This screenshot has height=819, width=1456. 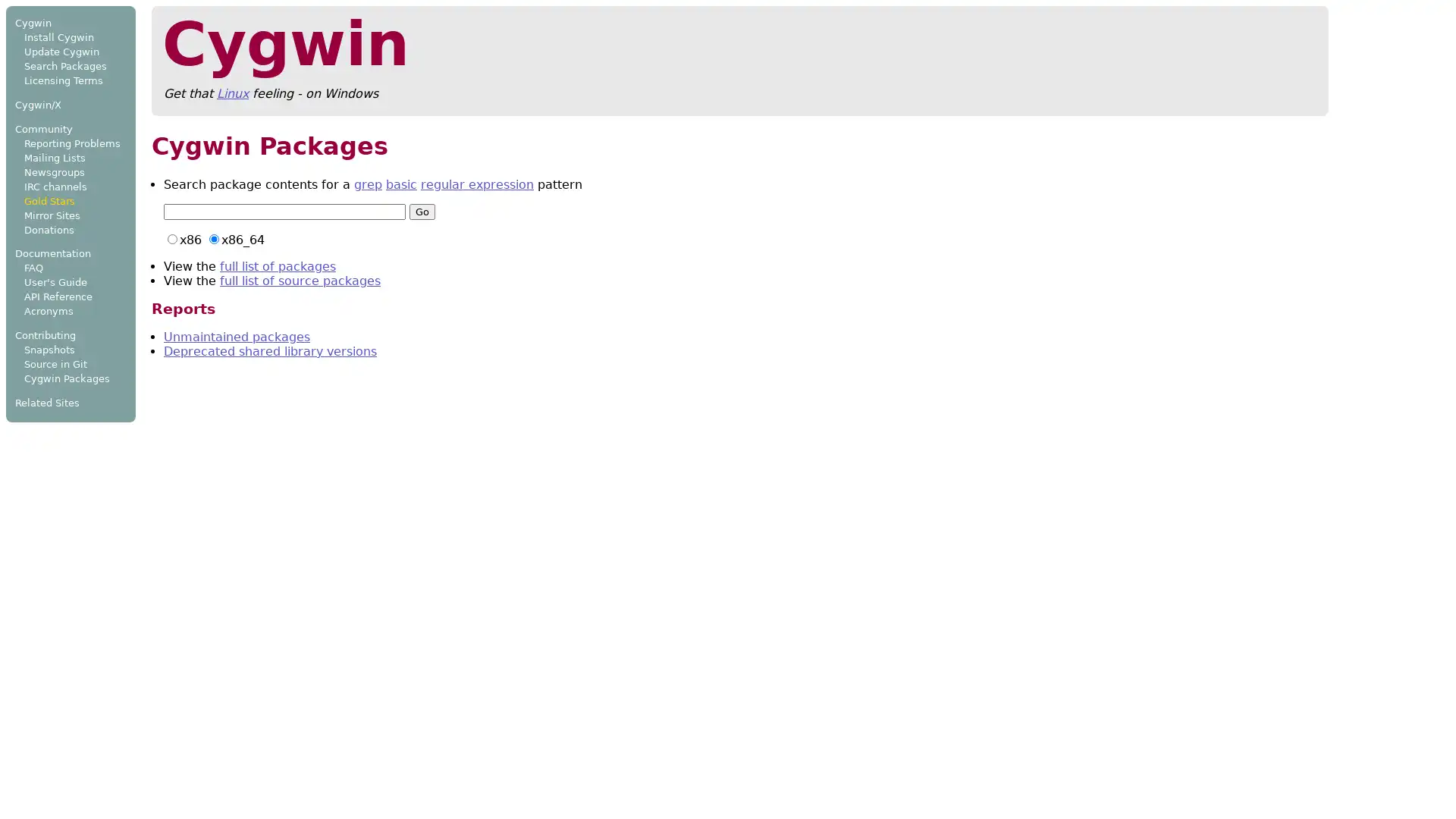 I want to click on Go, so click(x=422, y=211).